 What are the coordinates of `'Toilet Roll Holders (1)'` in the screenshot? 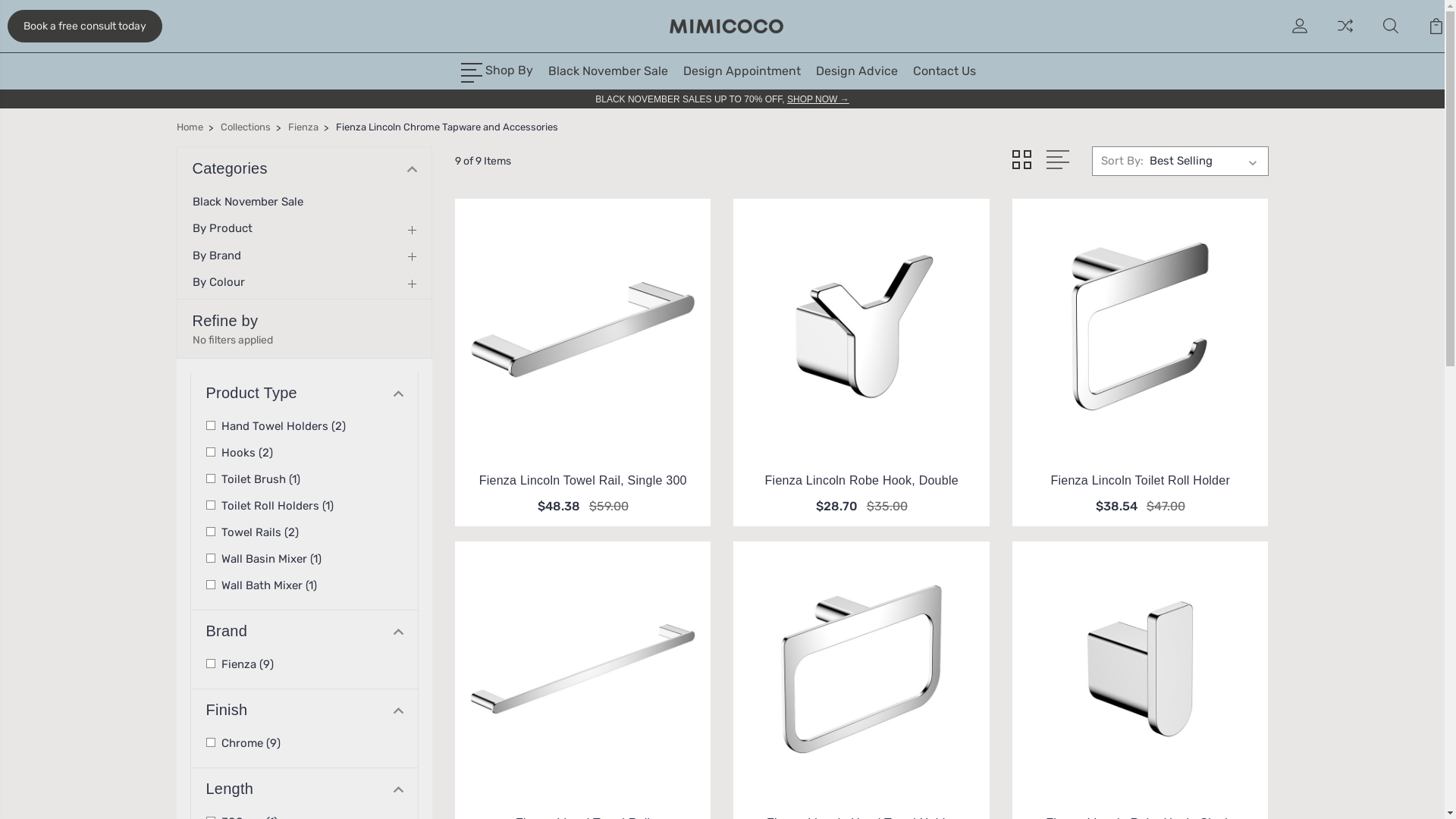 It's located at (304, 506).